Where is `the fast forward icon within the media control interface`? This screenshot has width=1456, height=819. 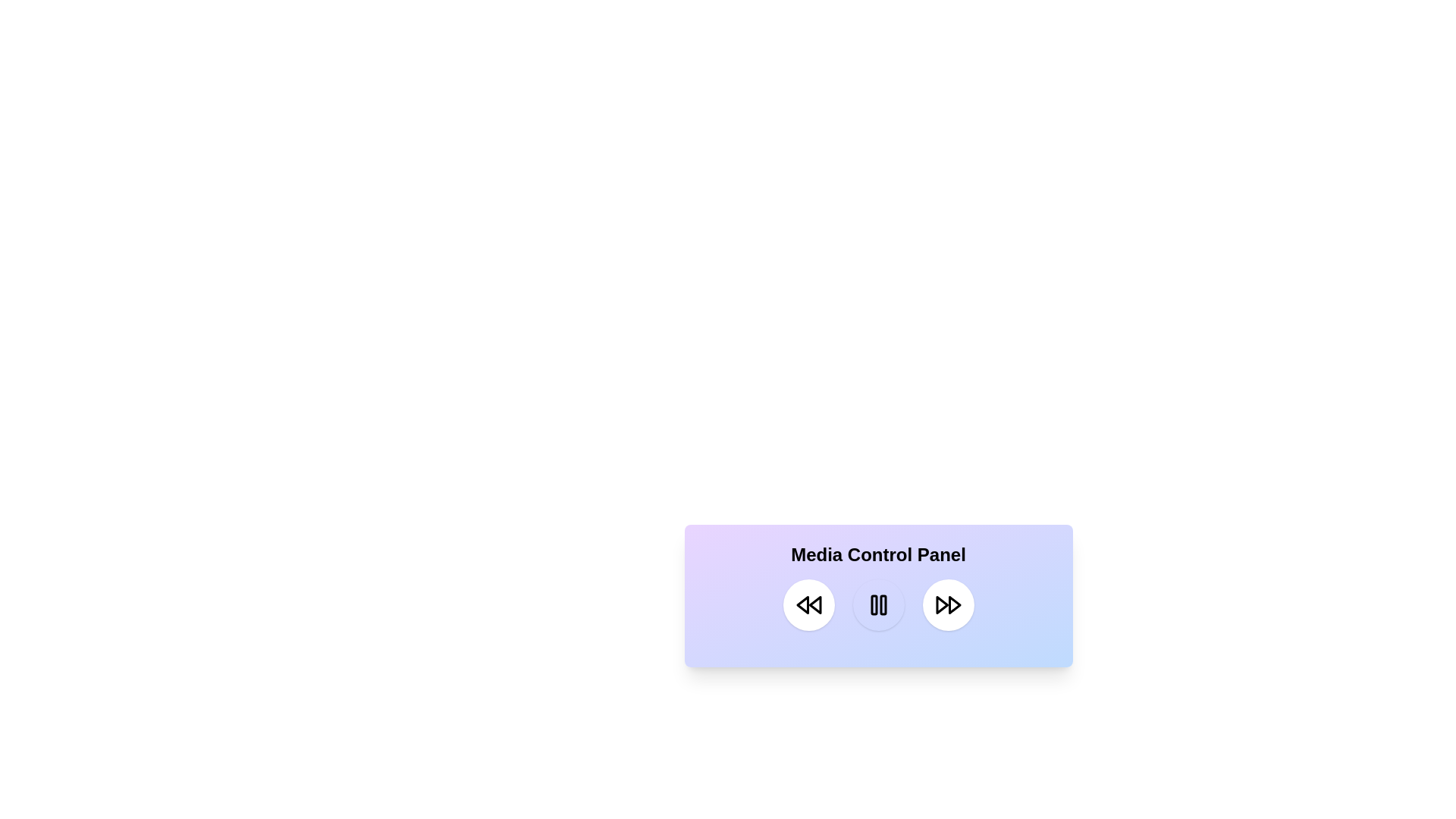 the fast forward icon within the media control interface is located at coordinates (953, 604).